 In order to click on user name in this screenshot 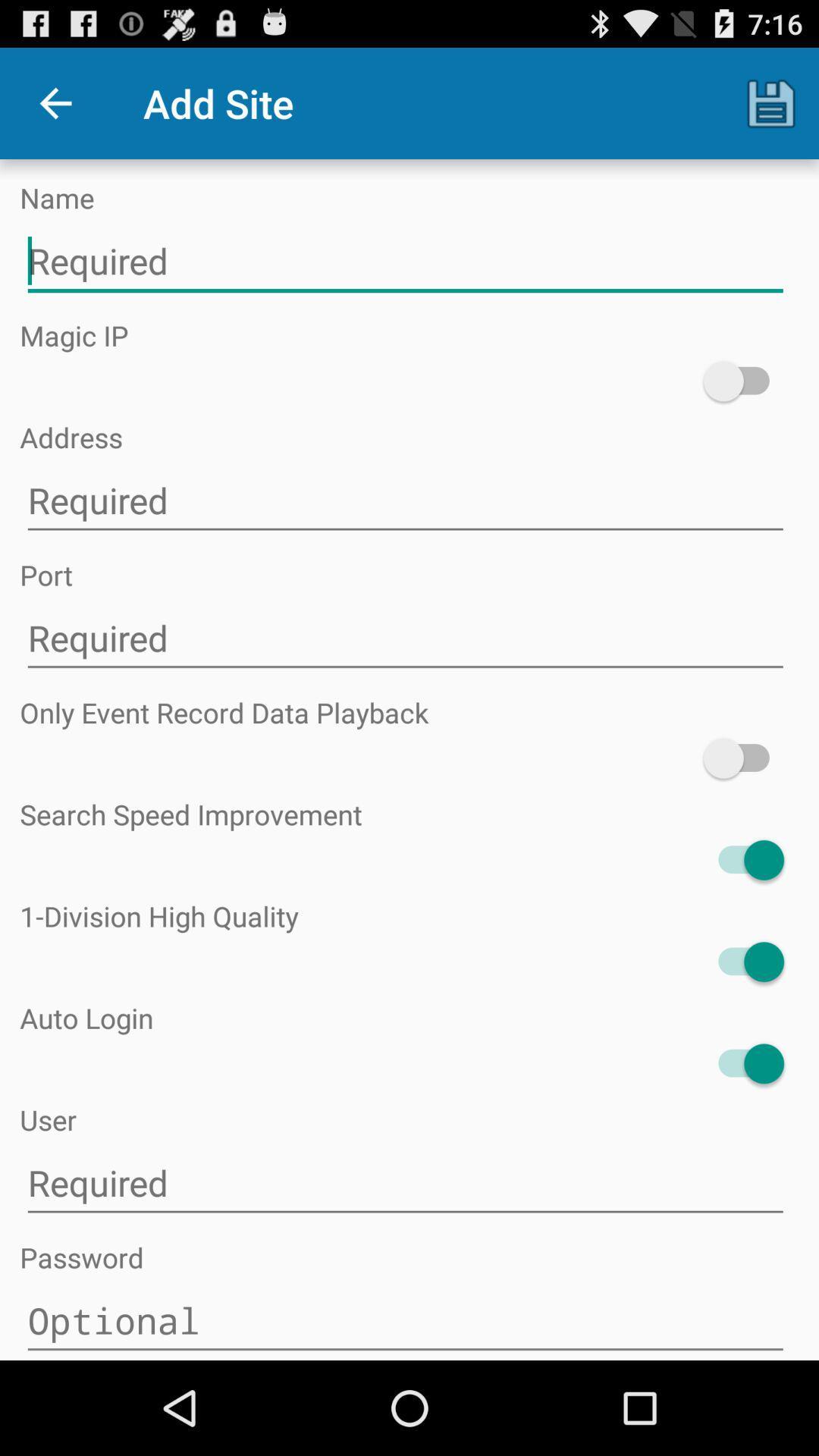, I will do `click(404, 1182)`.